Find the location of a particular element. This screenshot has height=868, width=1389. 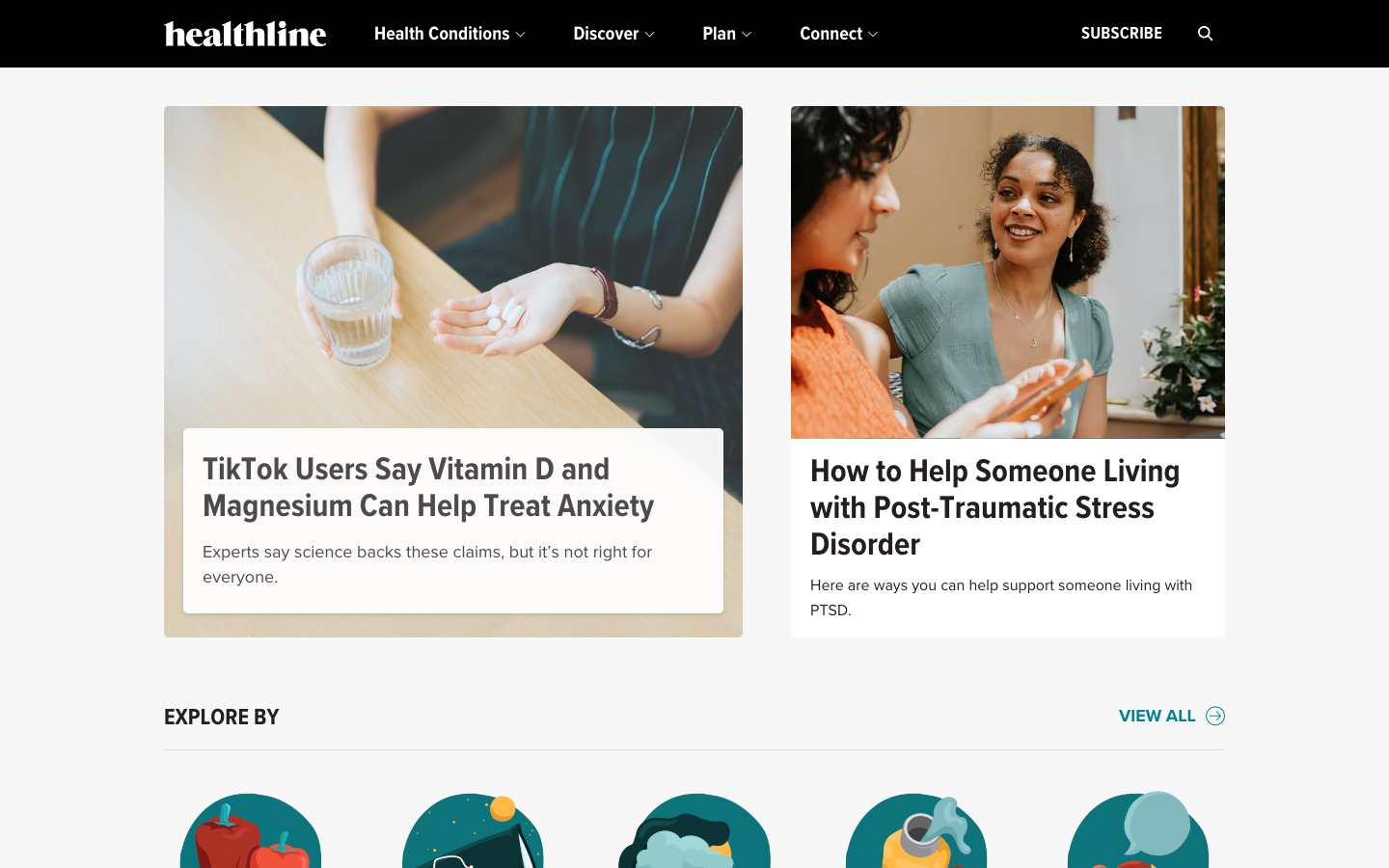

the icon located at the top left of the screen to access the homepage is located at coordinates (244, 33).